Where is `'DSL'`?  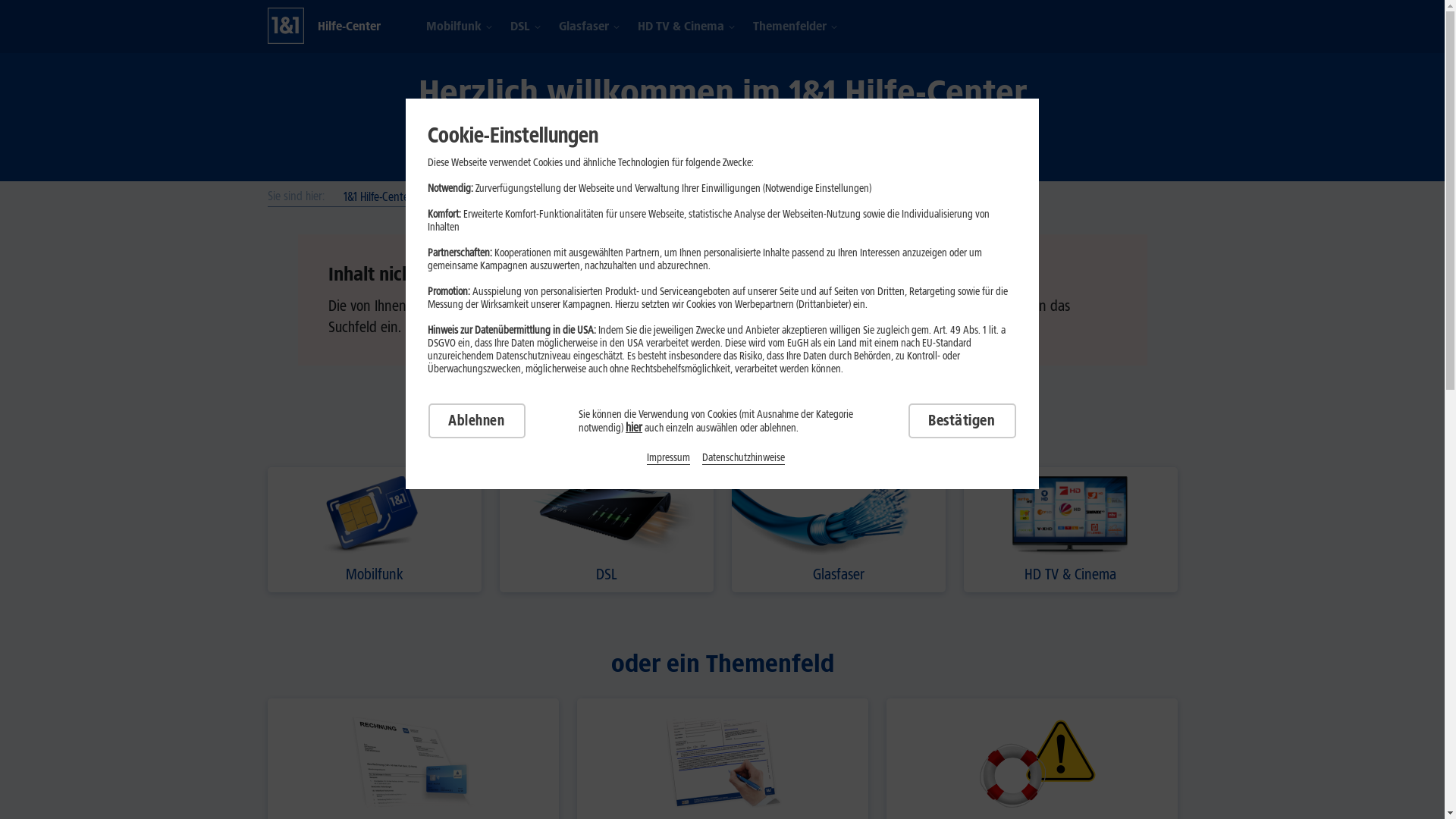 'DSL' is located at coordinates (519, 27).